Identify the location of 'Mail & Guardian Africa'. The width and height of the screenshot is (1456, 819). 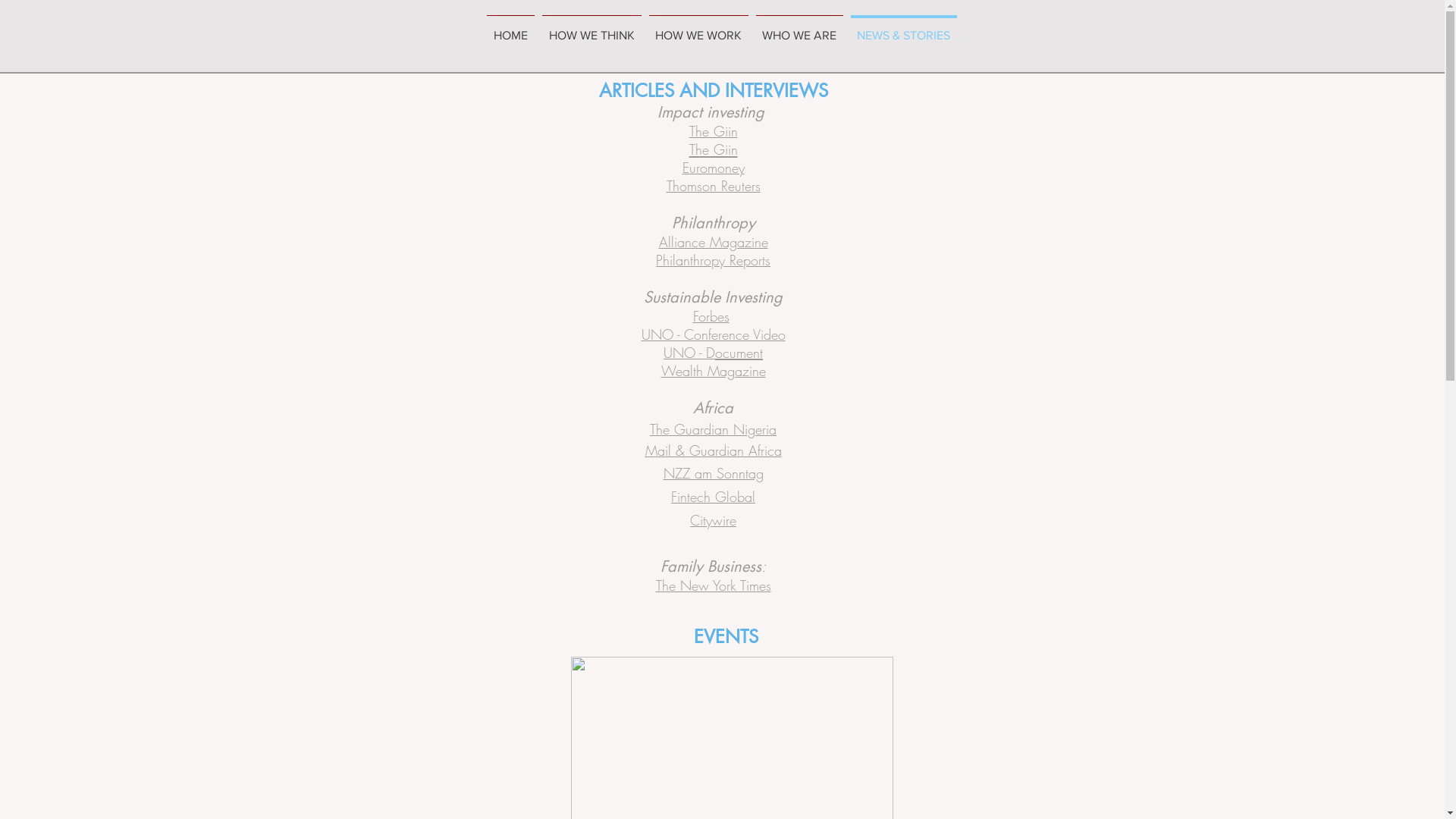
(712, 450).